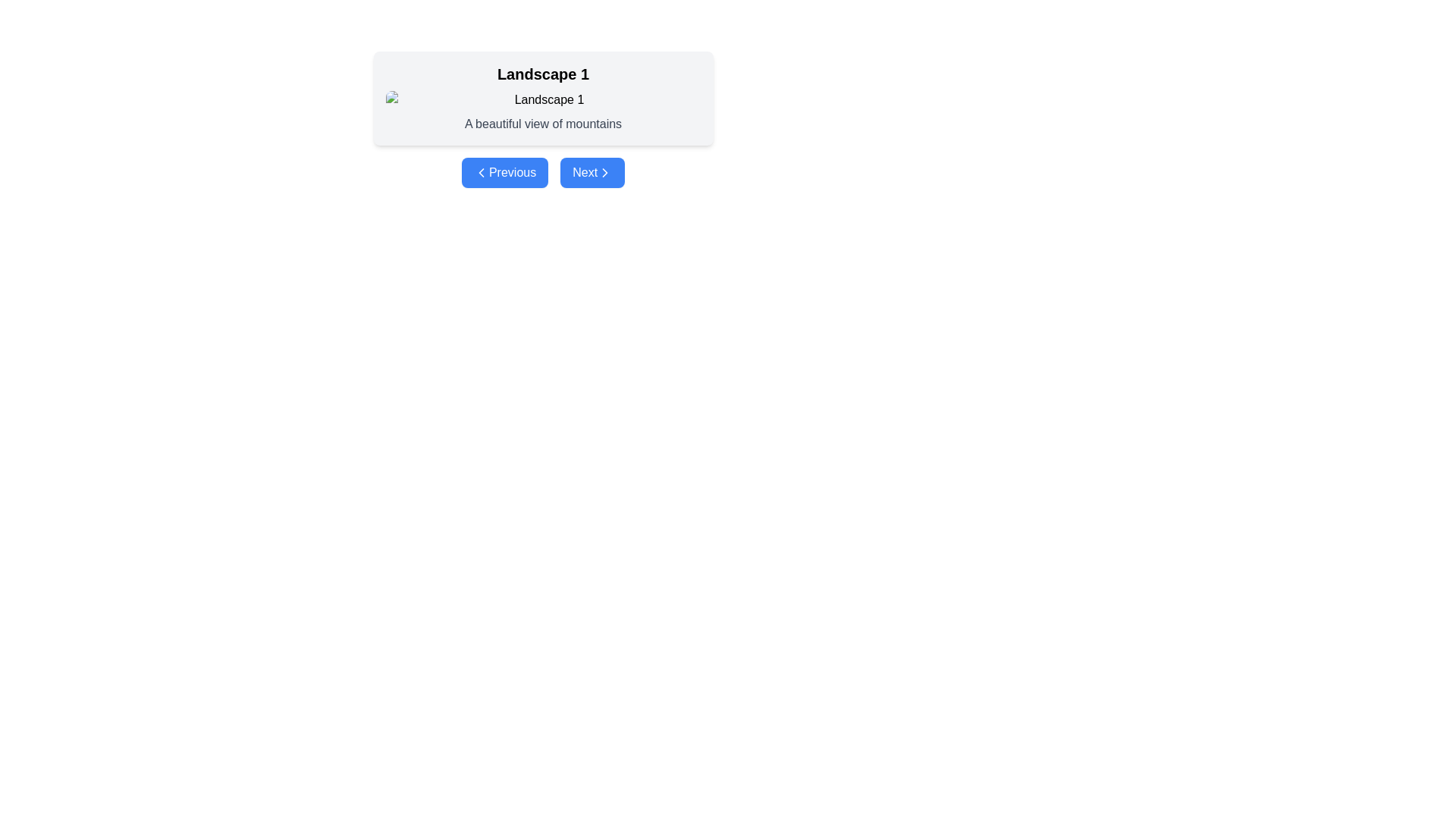  I want to click on the leftmost button that allows backward navigation to go to the previous item or page, so click(505, 171).